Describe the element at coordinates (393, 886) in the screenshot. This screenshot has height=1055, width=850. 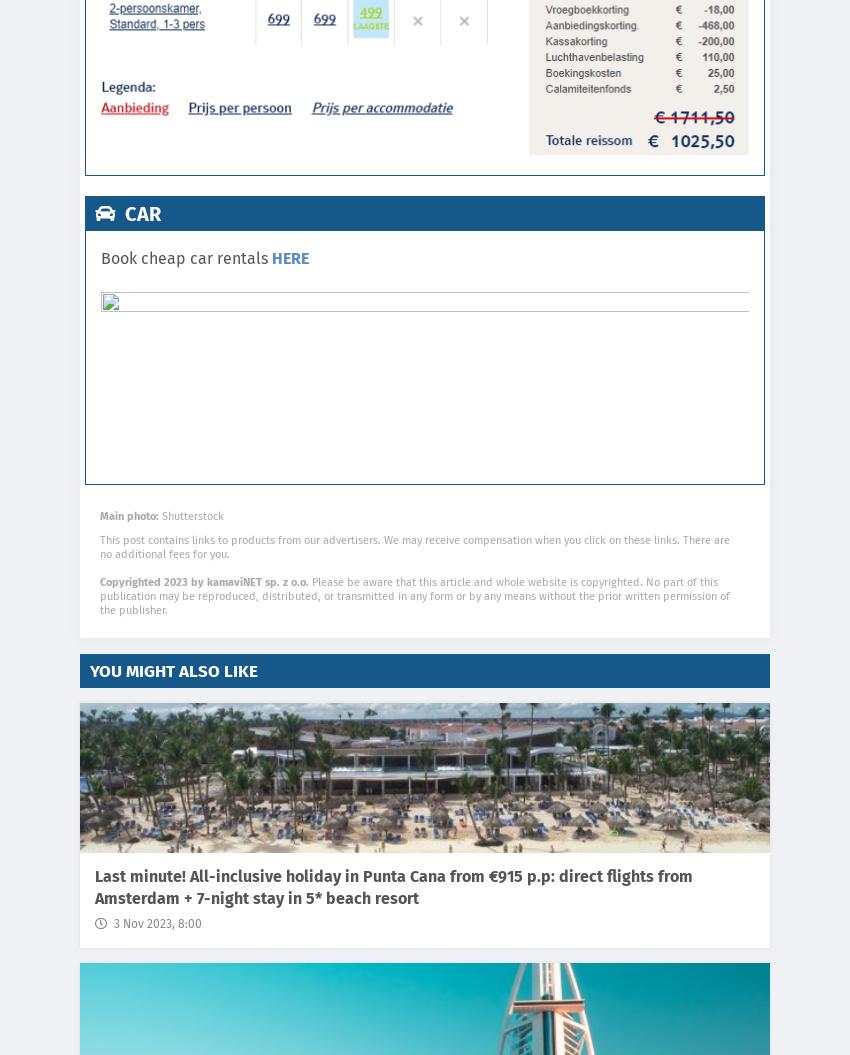
I see `'Last minute! All-inclusive holiday in Punta Cana from €915 p.p: direct flights from Amsterdam + 7-night stay in 5* beach resort'` at that location.